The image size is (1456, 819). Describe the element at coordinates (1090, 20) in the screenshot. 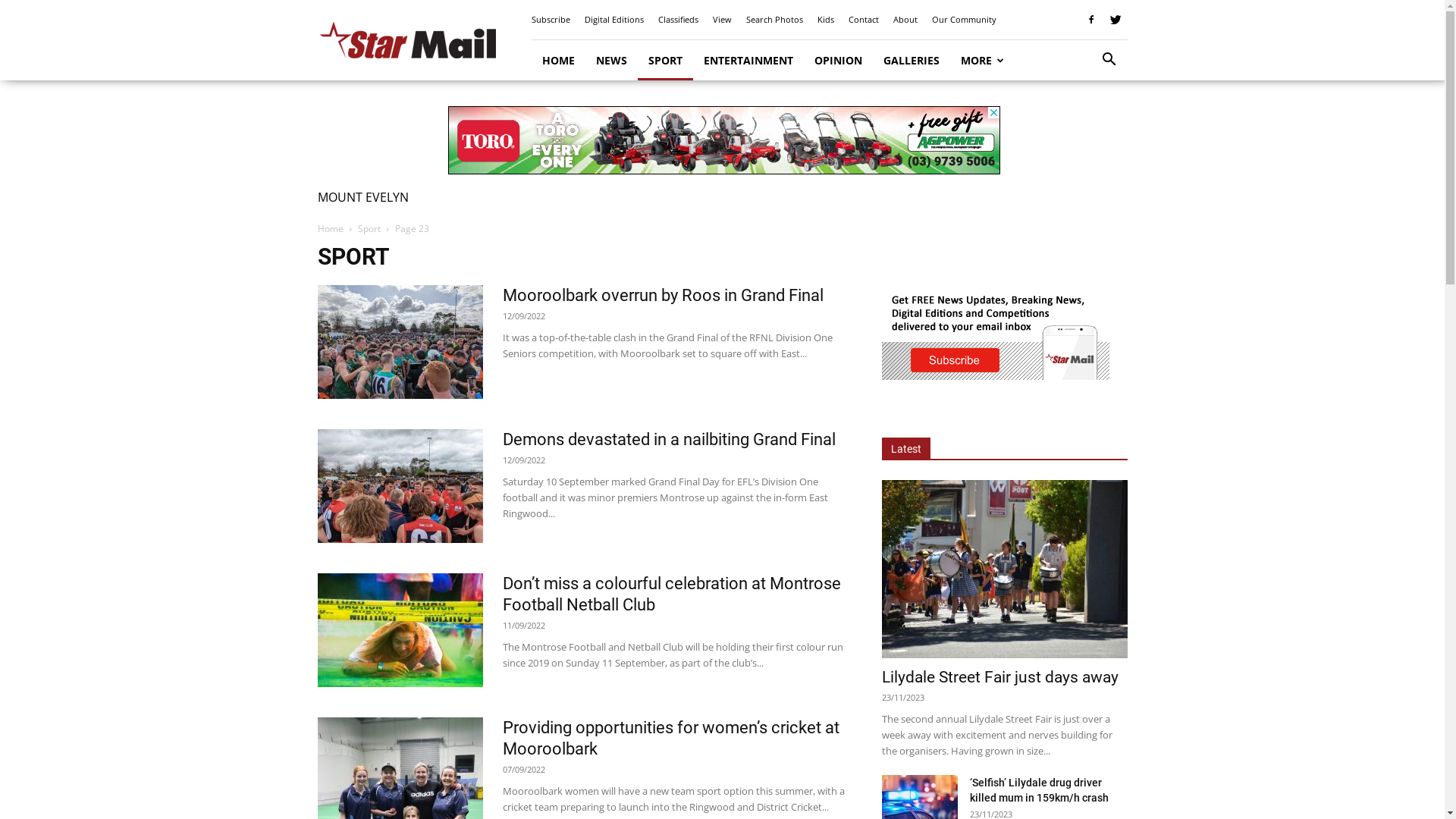

I see `'Facebook'` at that location.